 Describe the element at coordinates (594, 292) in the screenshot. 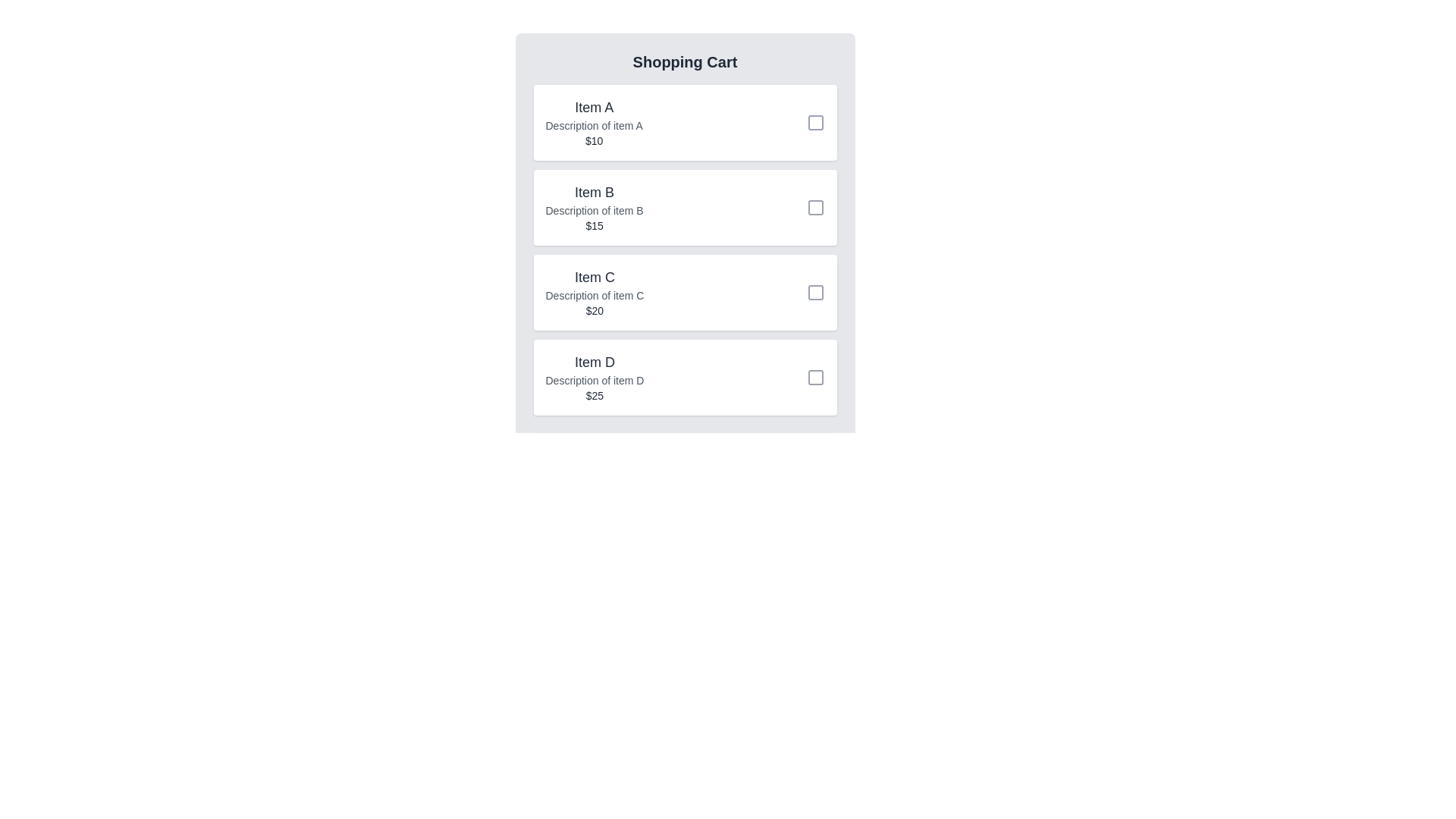

I see `the text block displaying 'Item C' in the shopping cart, which includes its description and price` at that location.